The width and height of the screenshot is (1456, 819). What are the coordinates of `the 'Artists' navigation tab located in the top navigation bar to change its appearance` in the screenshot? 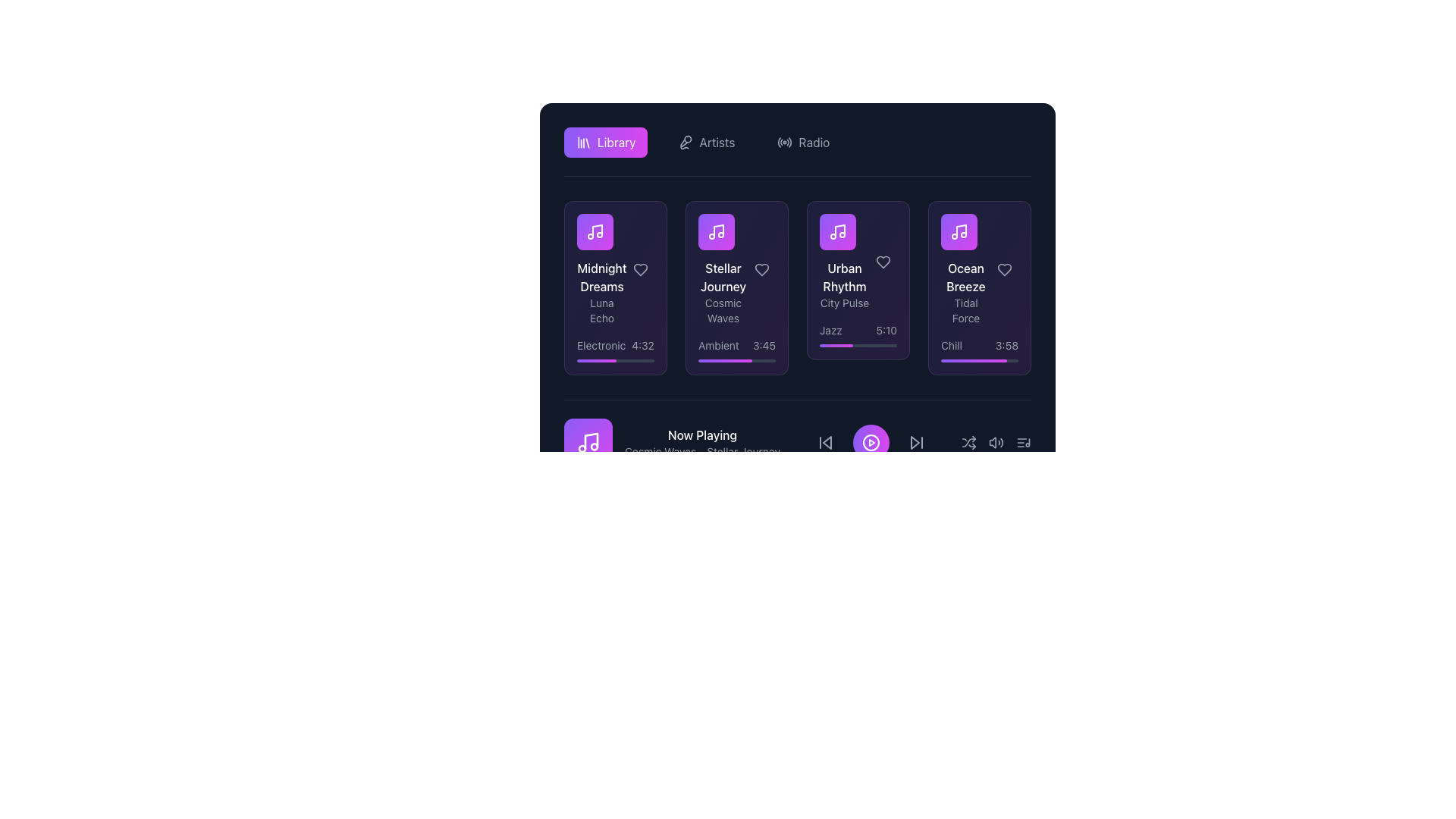 It's located at (705, 143).